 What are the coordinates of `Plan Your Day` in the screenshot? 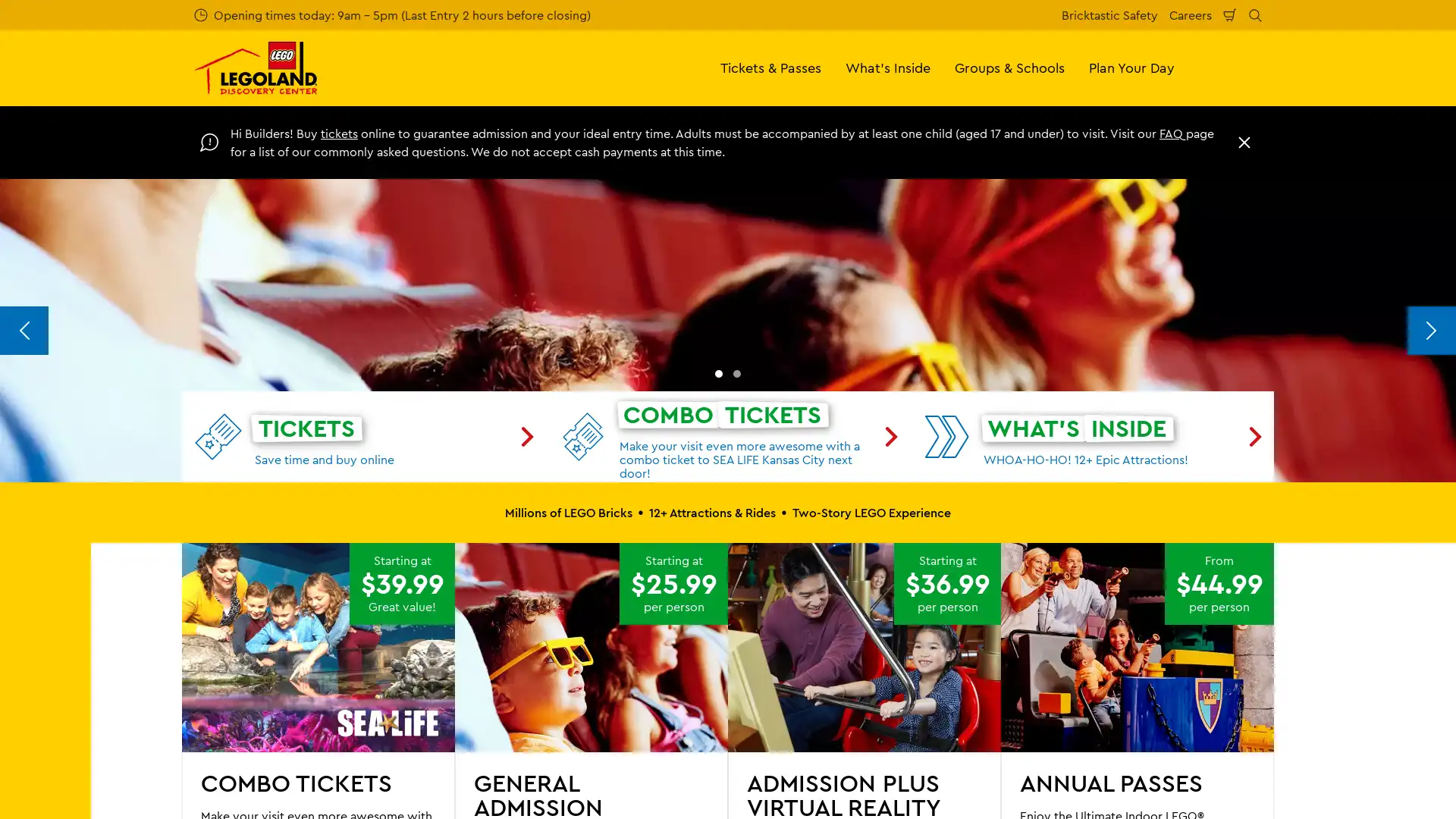 It's located at (1131, 67).